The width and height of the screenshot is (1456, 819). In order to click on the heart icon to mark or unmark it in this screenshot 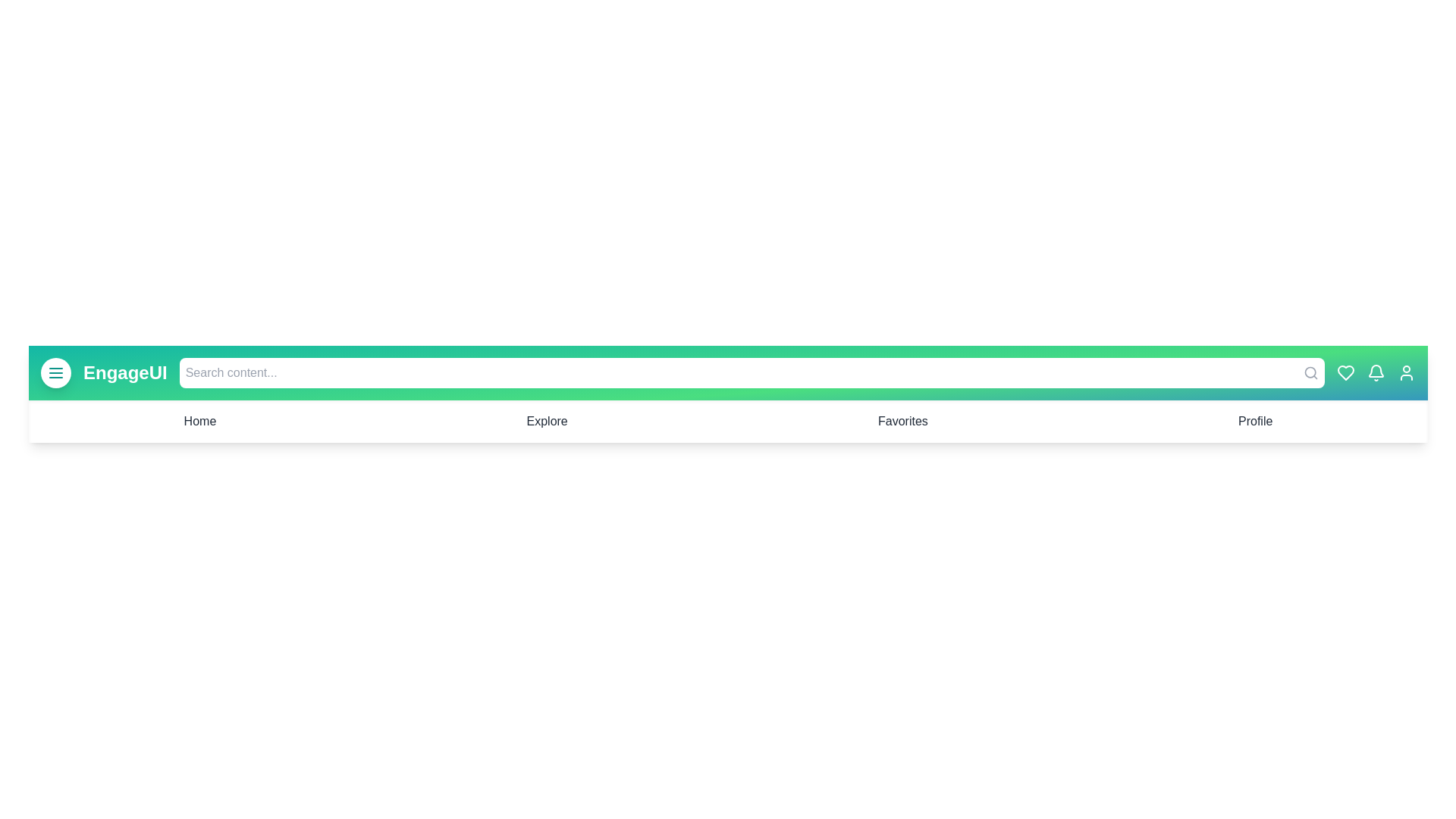, I will do `click(1346, 373)`.